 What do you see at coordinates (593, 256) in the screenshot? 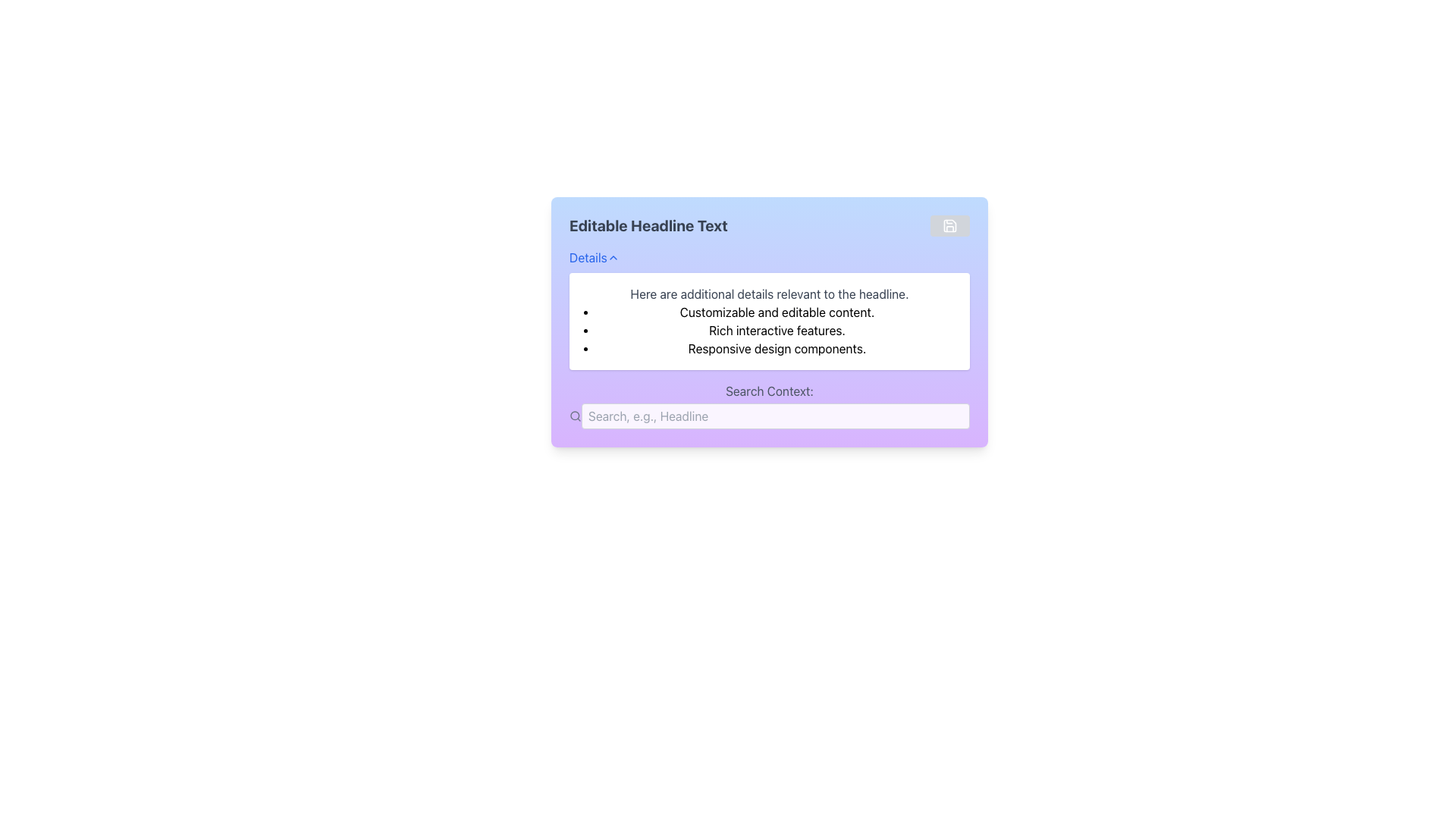
I see `the 'Details' button, which is styled as a blue hyperlink with an upward-pointing chevron icon, and press the Enter key to interact with it` at bounding box center [593, 256].